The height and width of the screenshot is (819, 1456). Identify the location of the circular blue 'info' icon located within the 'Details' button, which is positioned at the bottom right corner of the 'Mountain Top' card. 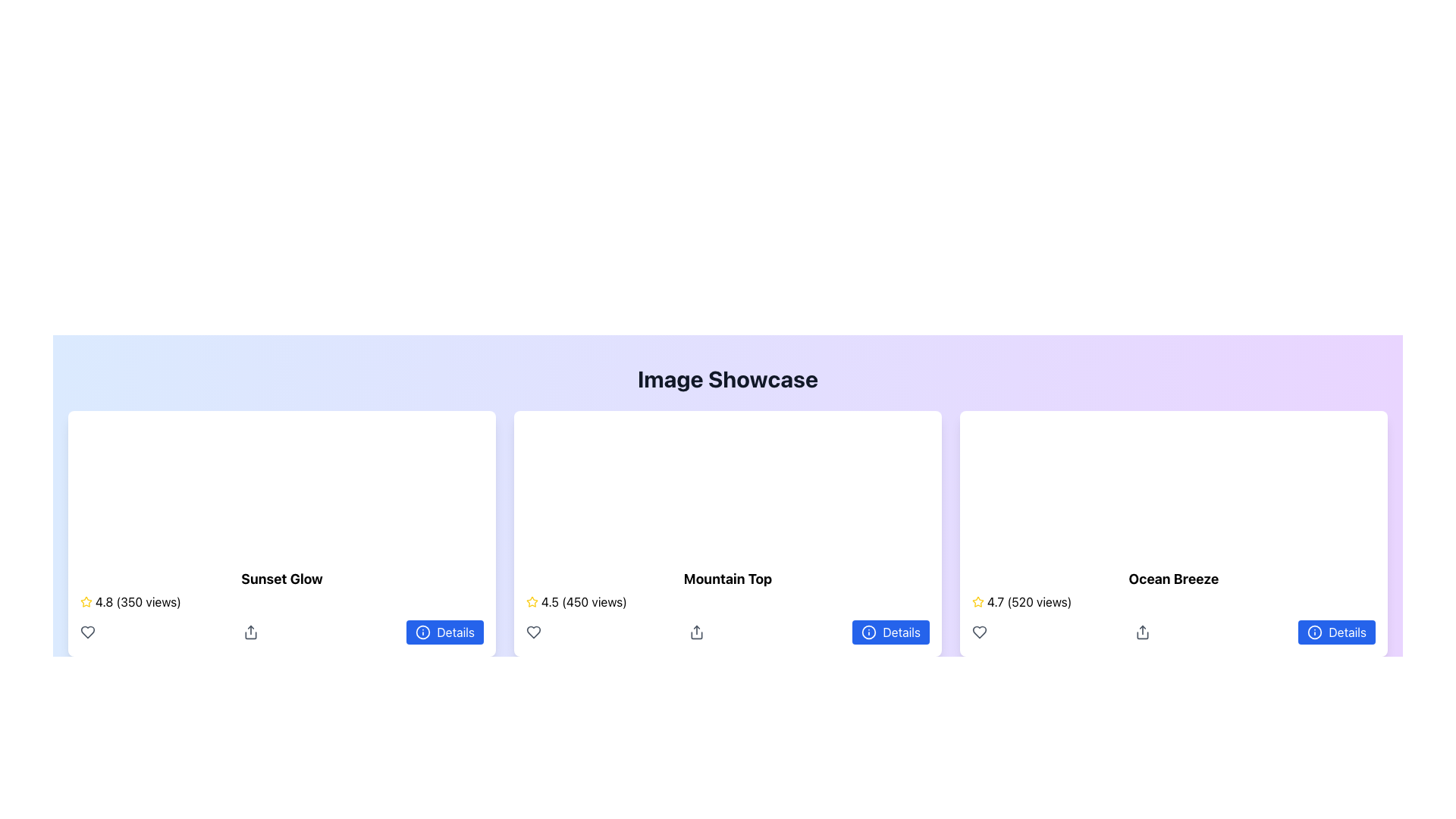
(869, 632).